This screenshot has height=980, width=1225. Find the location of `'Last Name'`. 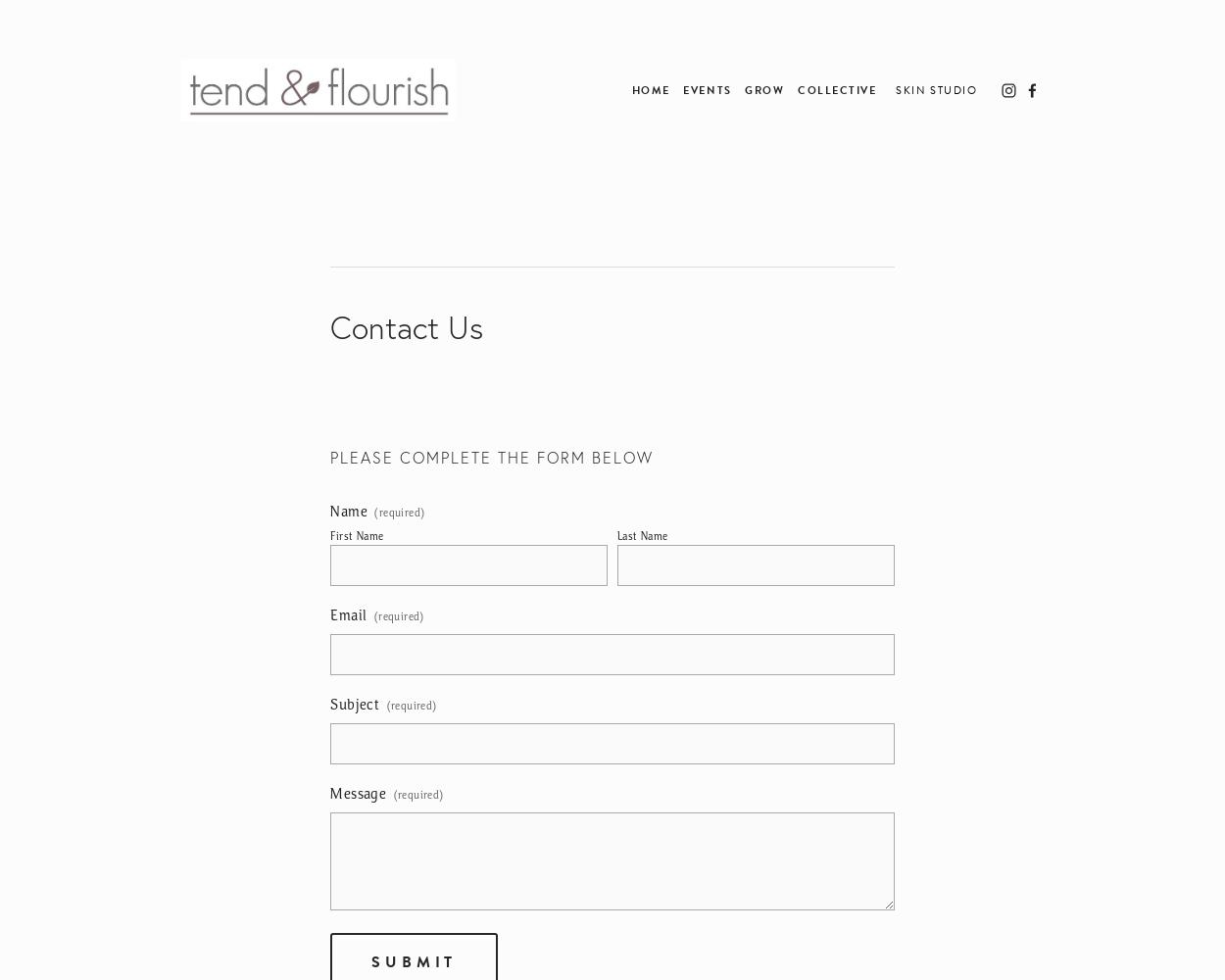

'Last Name' is located at coordinates (616, 536).